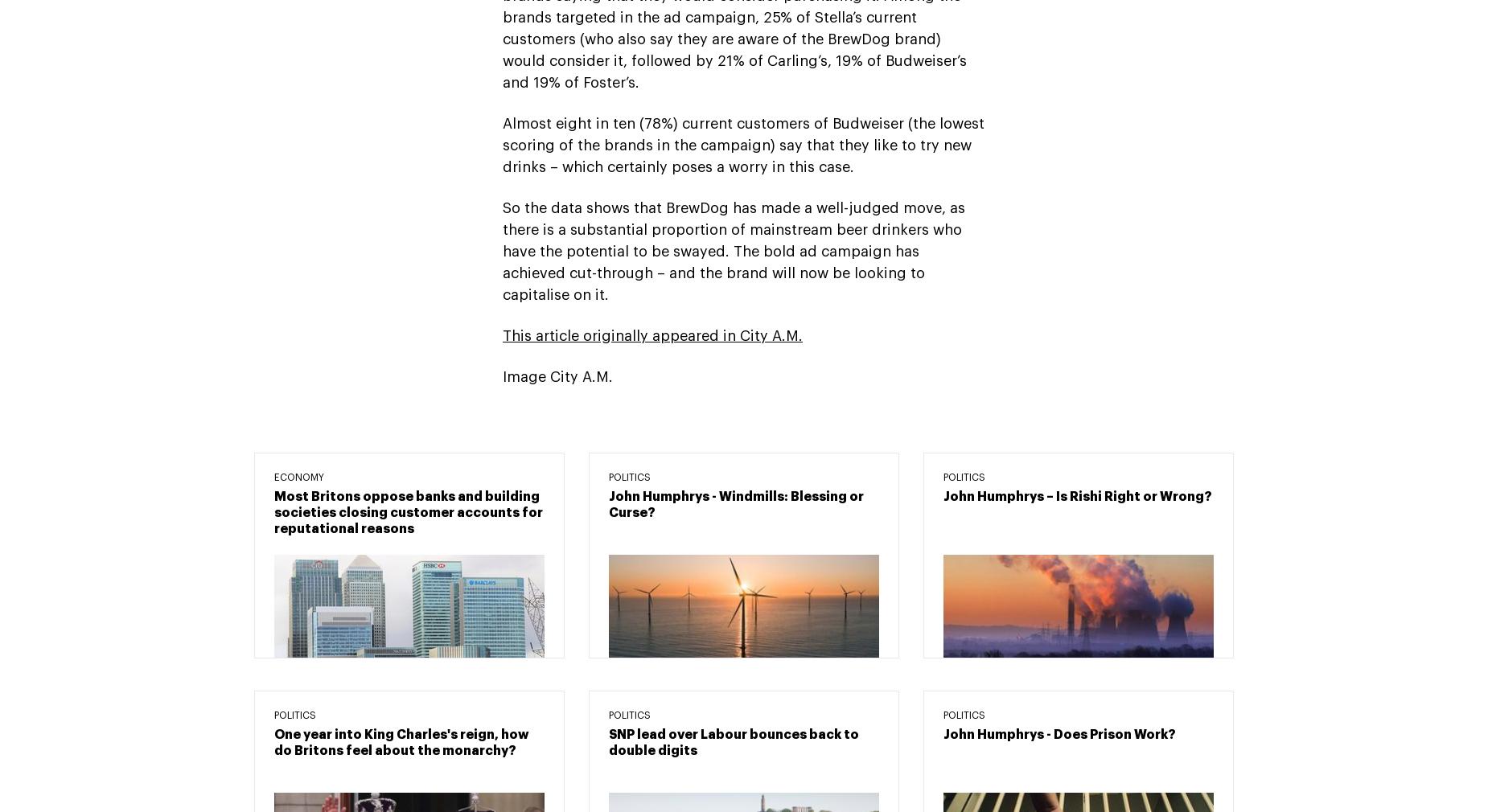  I want to click on 'So the data shows that BrewDog has made a well-judged move, as there is a substantial proportion of mainstream beer drinkers who have the potential to be swayed. The bold ad campaign has achieved cut-through – and the brand will now be looking to capitalise on it.', so click(734, 250).